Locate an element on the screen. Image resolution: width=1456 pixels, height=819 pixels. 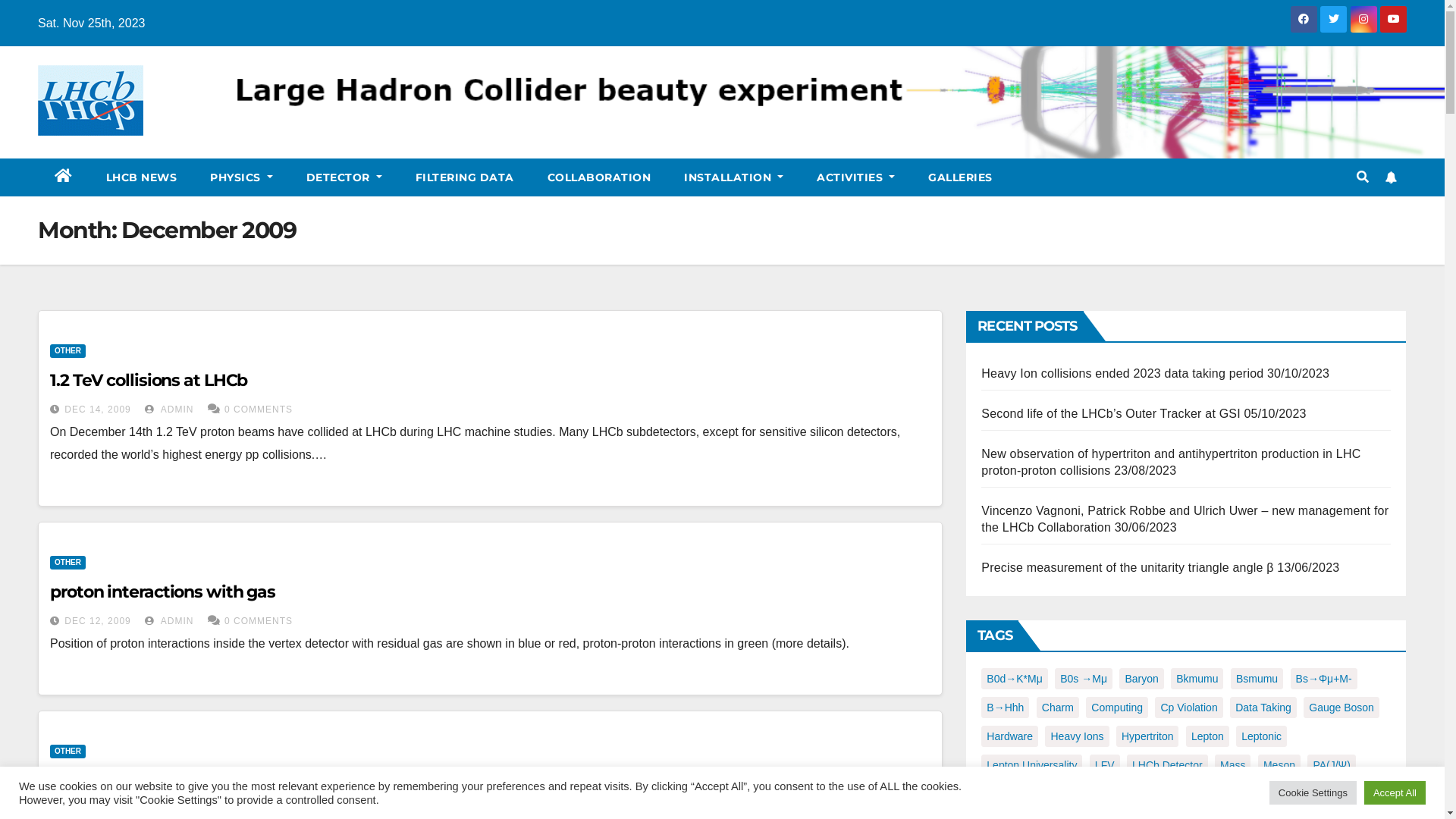
'Hypertriton' is located at coordinates (1147, 736).